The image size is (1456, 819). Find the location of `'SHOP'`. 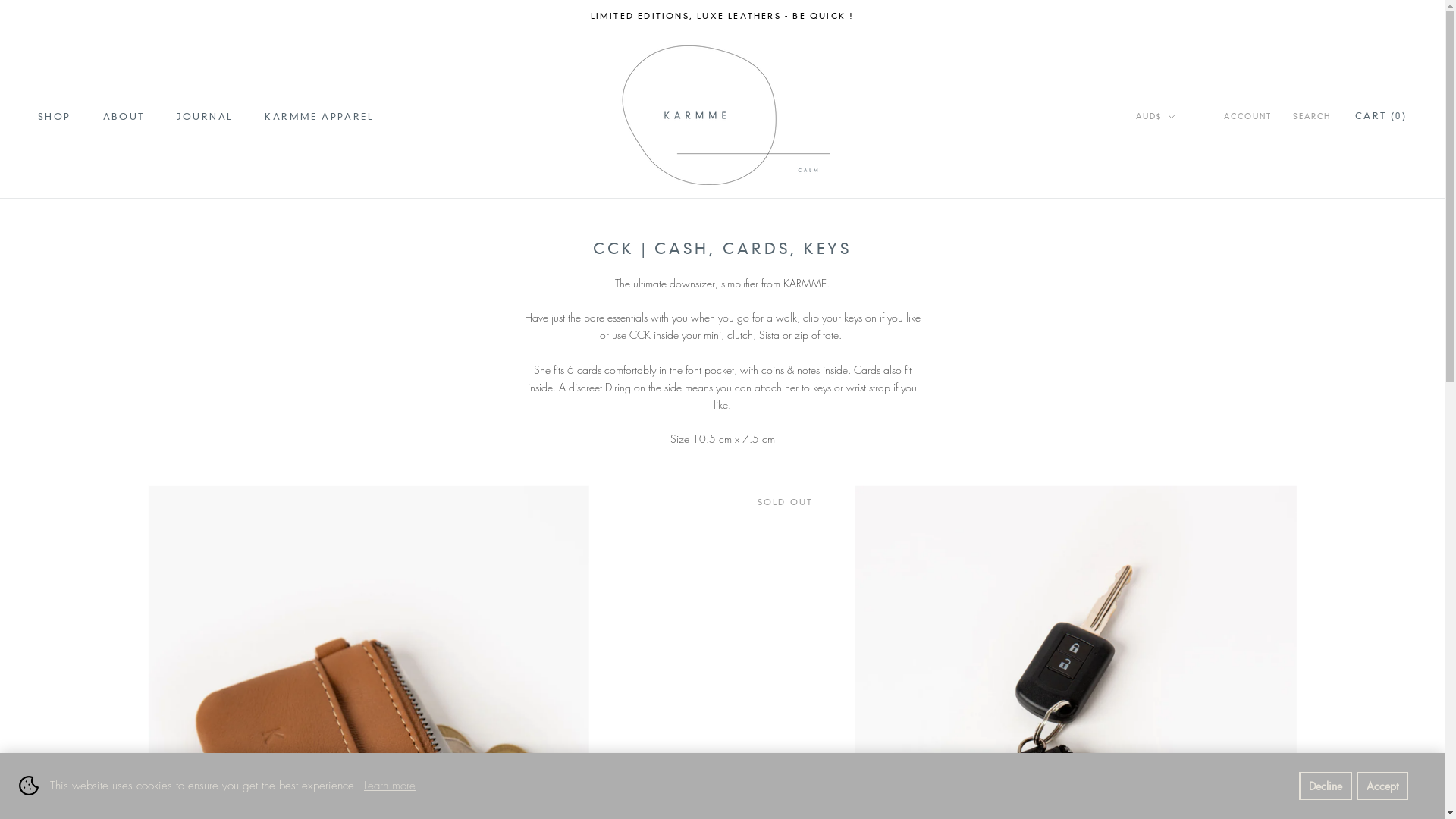

'SHOP' is located at coordinates (55, 115).